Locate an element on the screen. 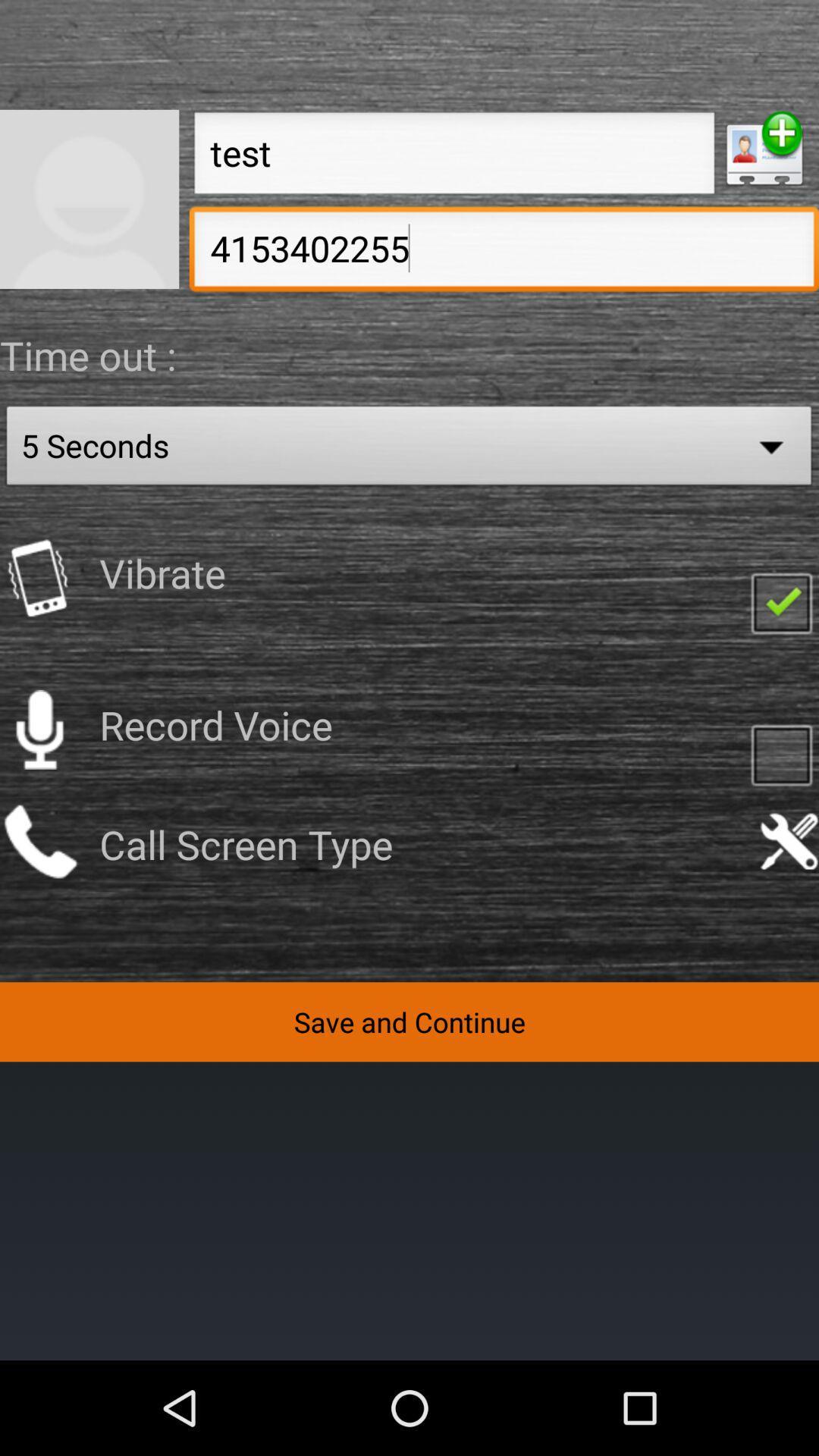  profile is located at coordinates (764, 149).